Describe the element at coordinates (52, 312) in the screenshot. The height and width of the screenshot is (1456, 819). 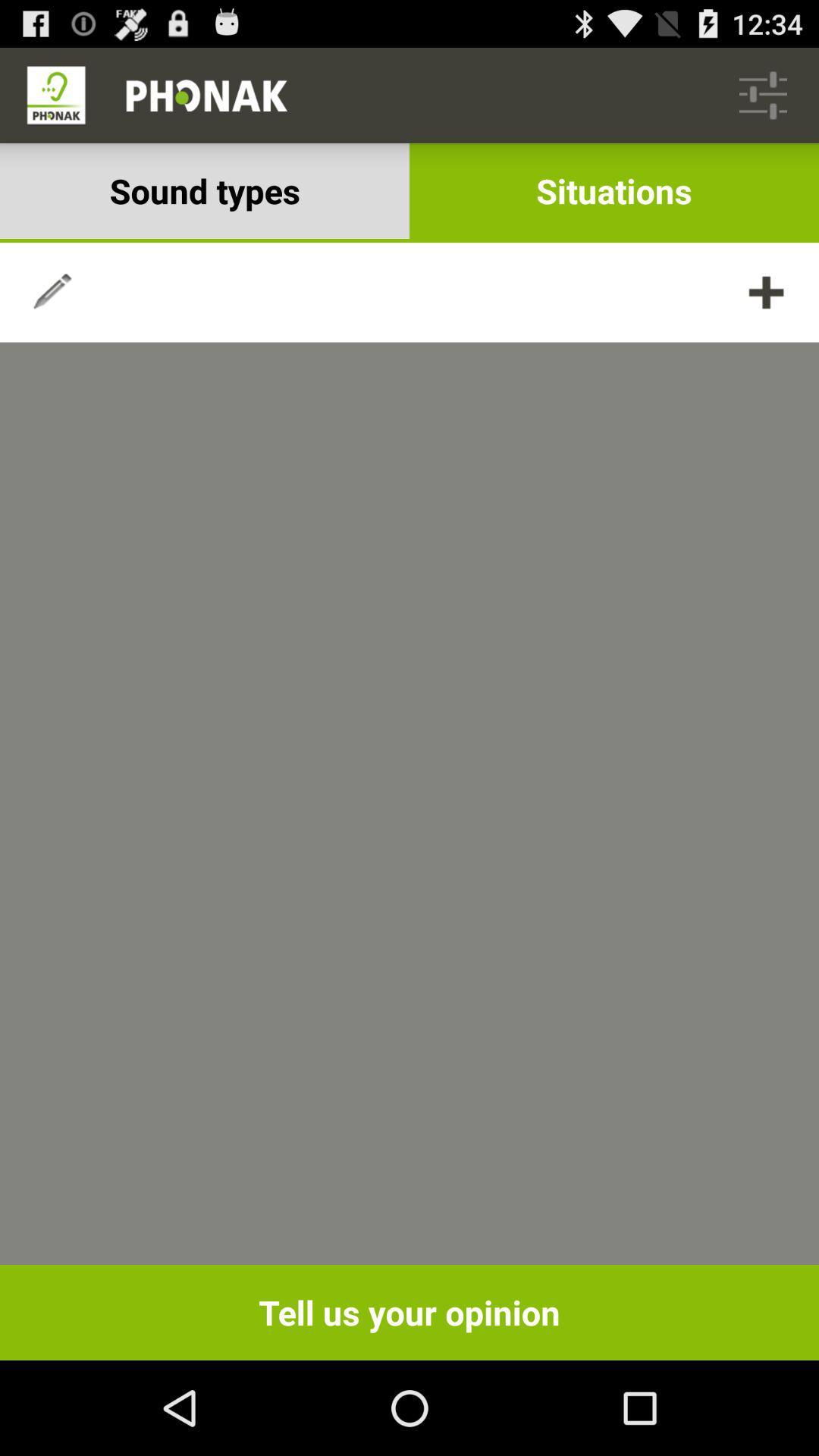
I see `the edit icon` at that location.